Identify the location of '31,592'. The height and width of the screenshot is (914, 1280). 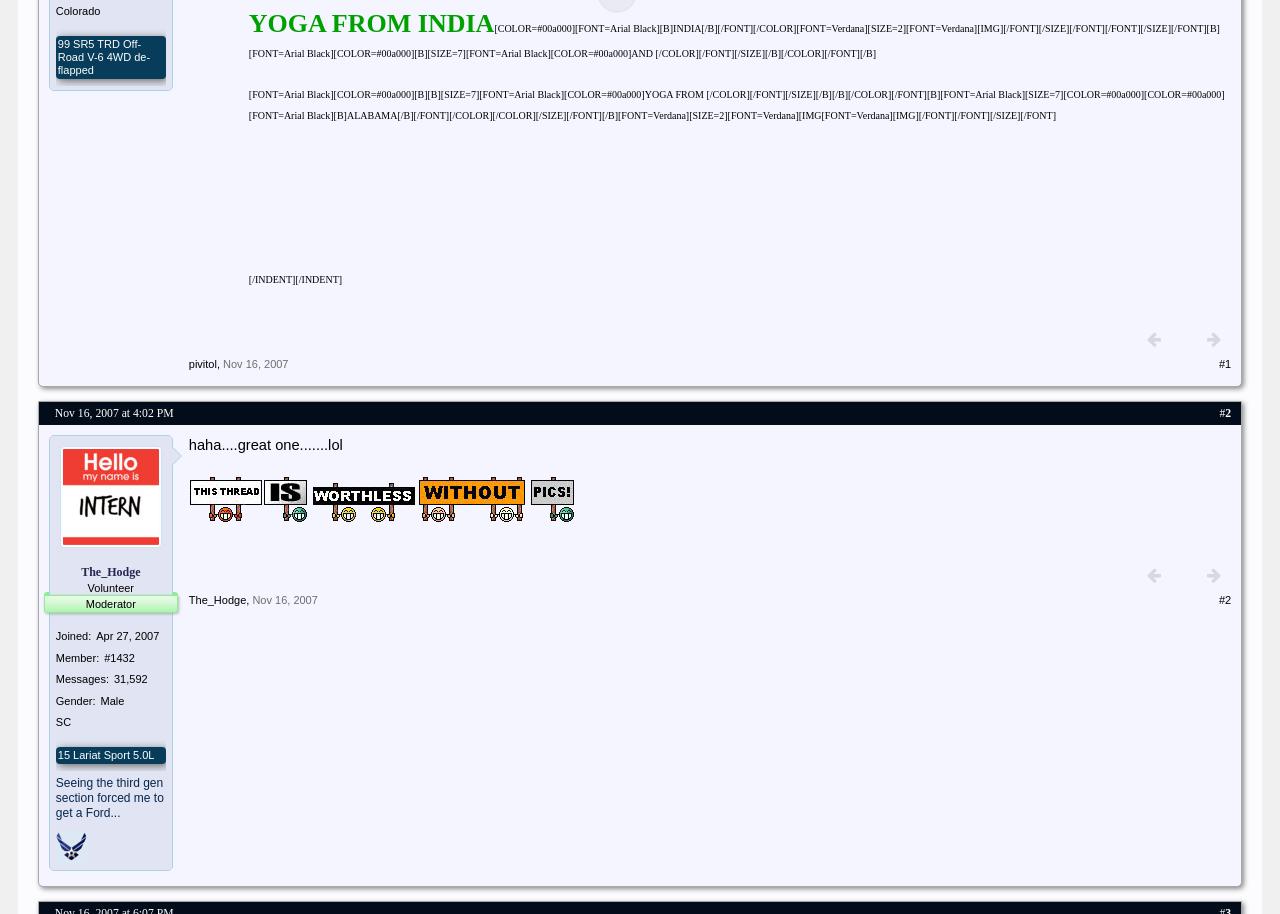
(129, 679).